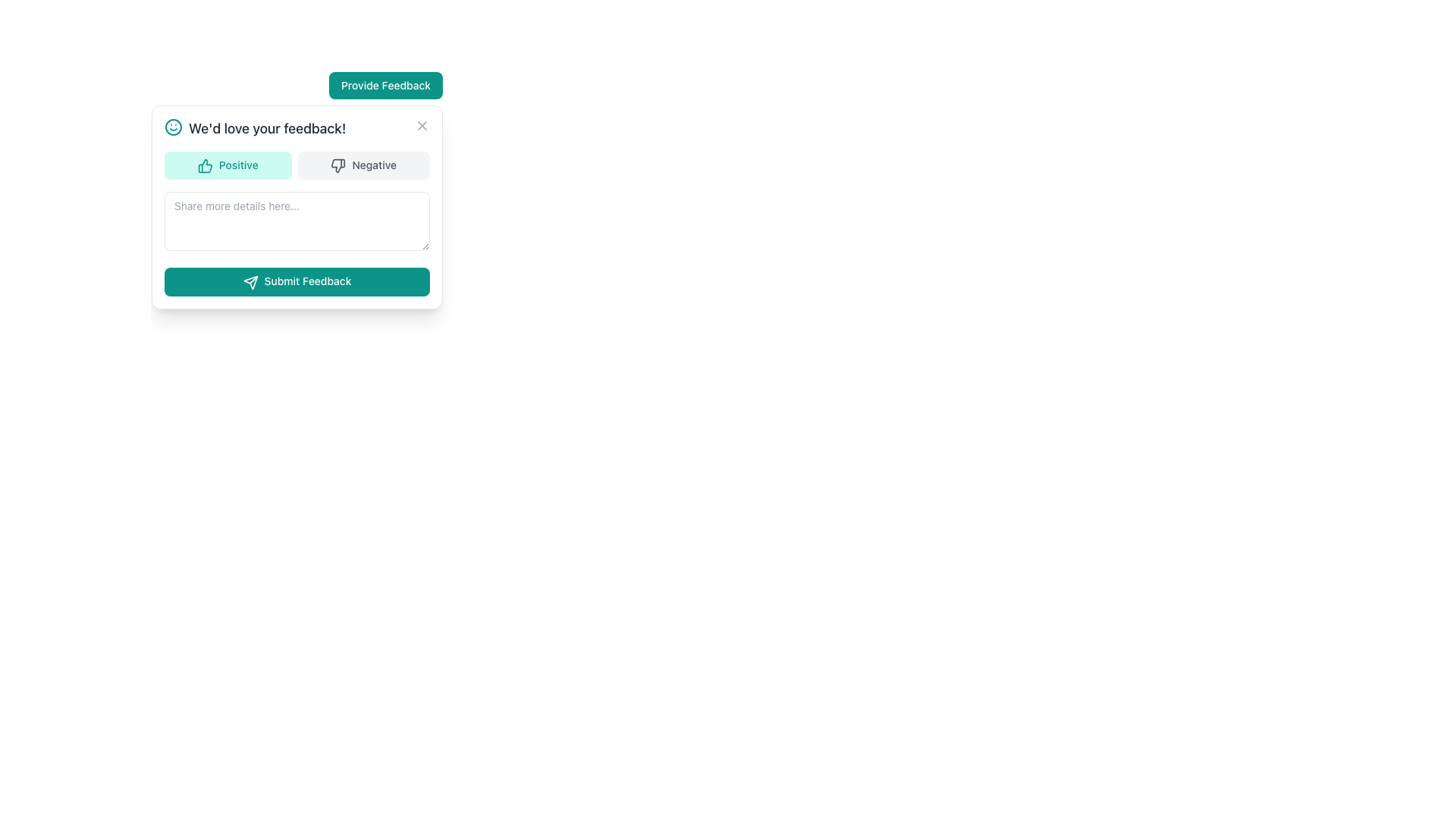 This screenshot has height=819, width=1456. Describe the element at coordinates (250, 282) in the screenshot. I see `the decorative paper airplane icon on the left side of the 'Submit Feedback' button located at the bottom center of the feedback form` at that location.